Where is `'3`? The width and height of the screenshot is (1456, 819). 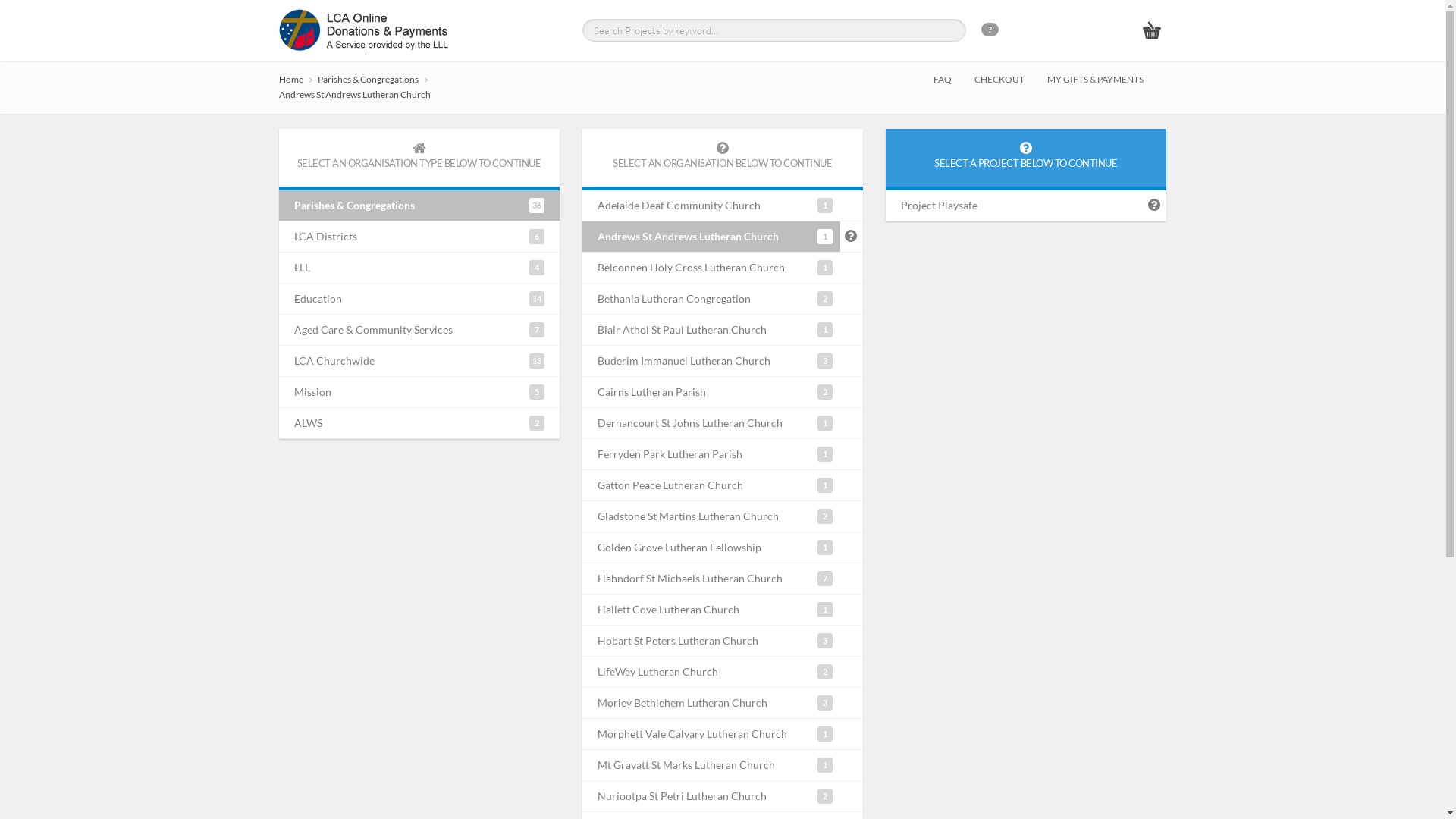
'3 is located at coordinates (710, 640).